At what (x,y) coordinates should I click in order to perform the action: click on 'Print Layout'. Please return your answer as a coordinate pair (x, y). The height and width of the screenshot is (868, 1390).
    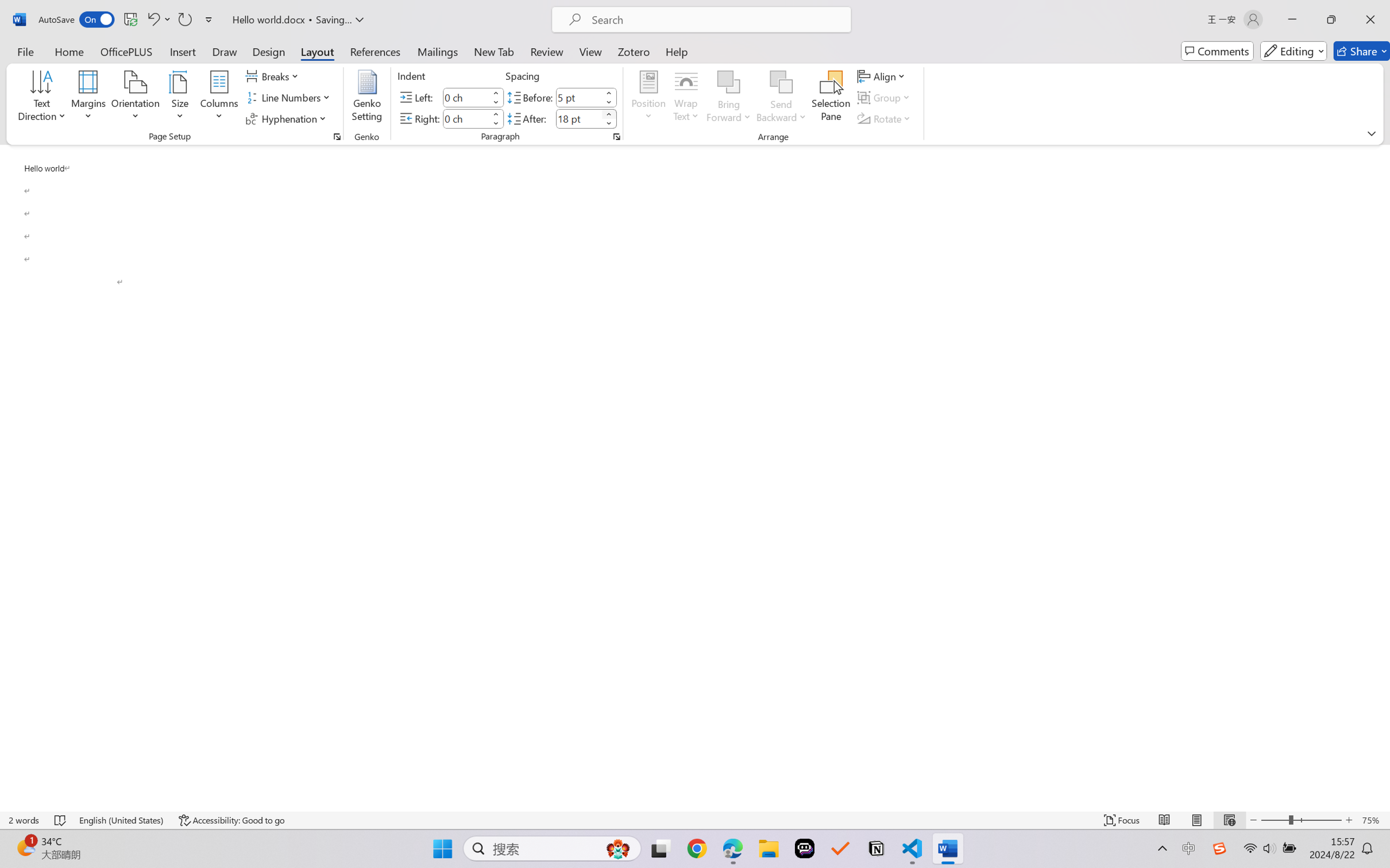
    Looking at the image, I should click on (1196, 820).